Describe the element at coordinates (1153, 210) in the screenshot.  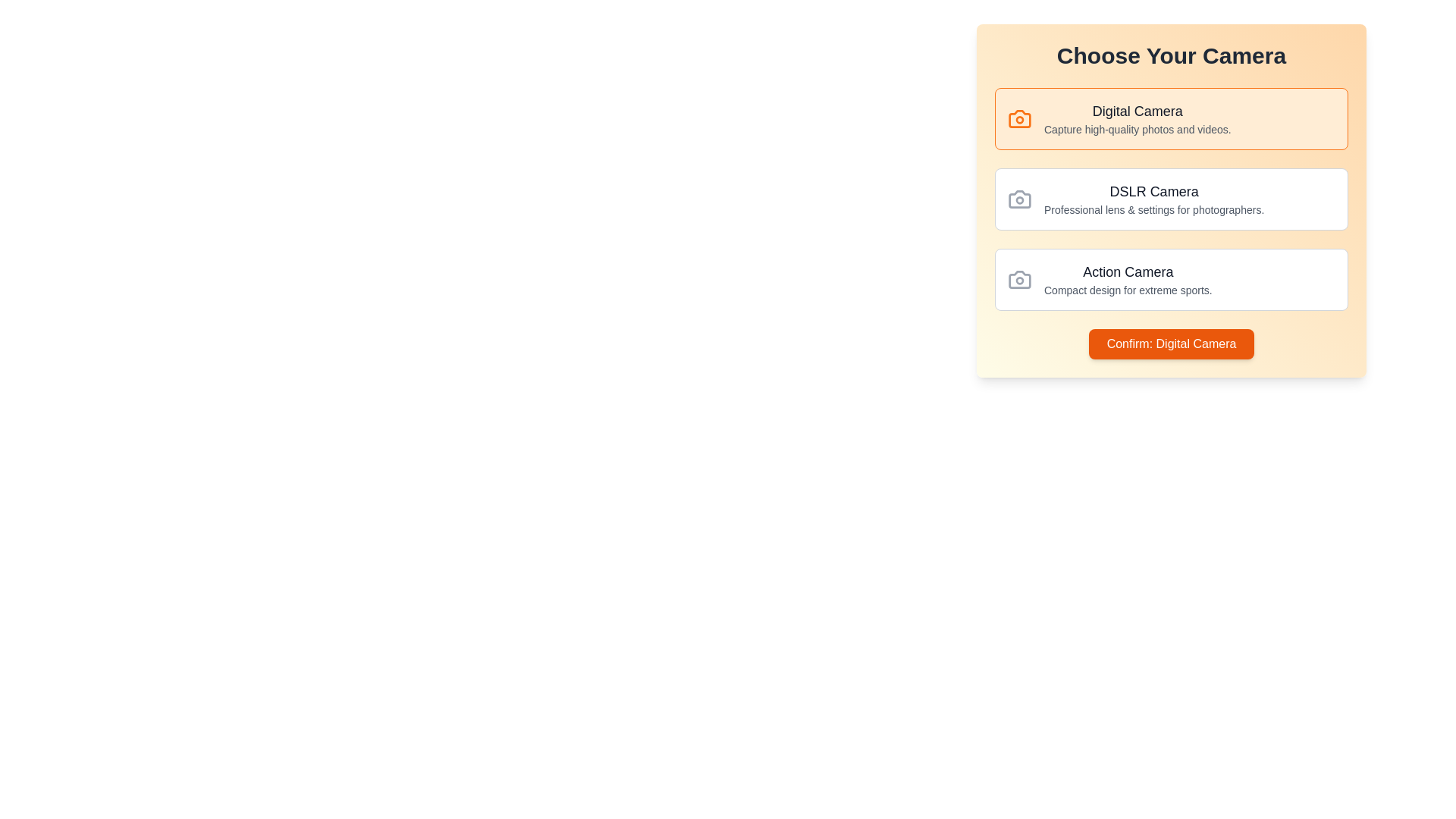
I see `the descriptive text 'Professional lens & settings for photographers.' located below the 'DSLR Camera' title` at that location.